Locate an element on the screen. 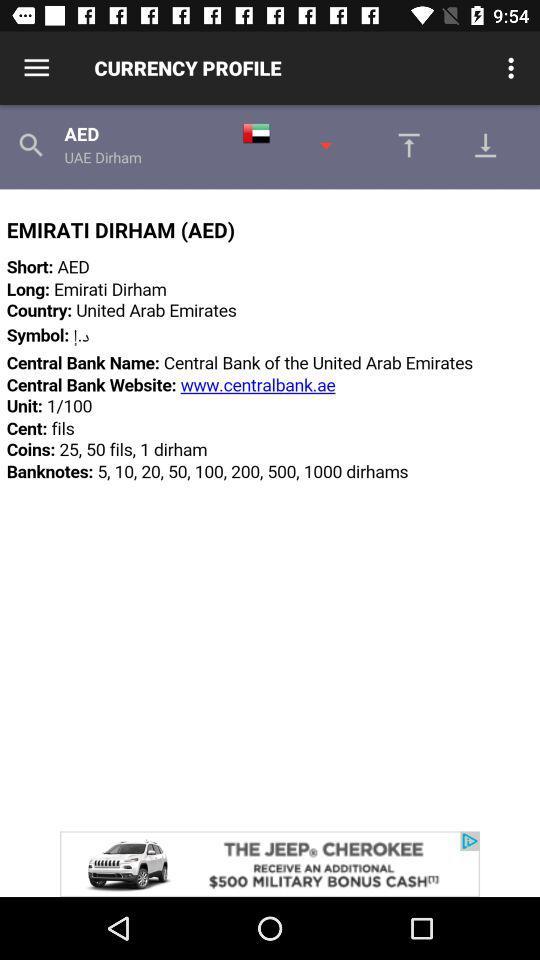  upload is located at coordinates (403, 144).